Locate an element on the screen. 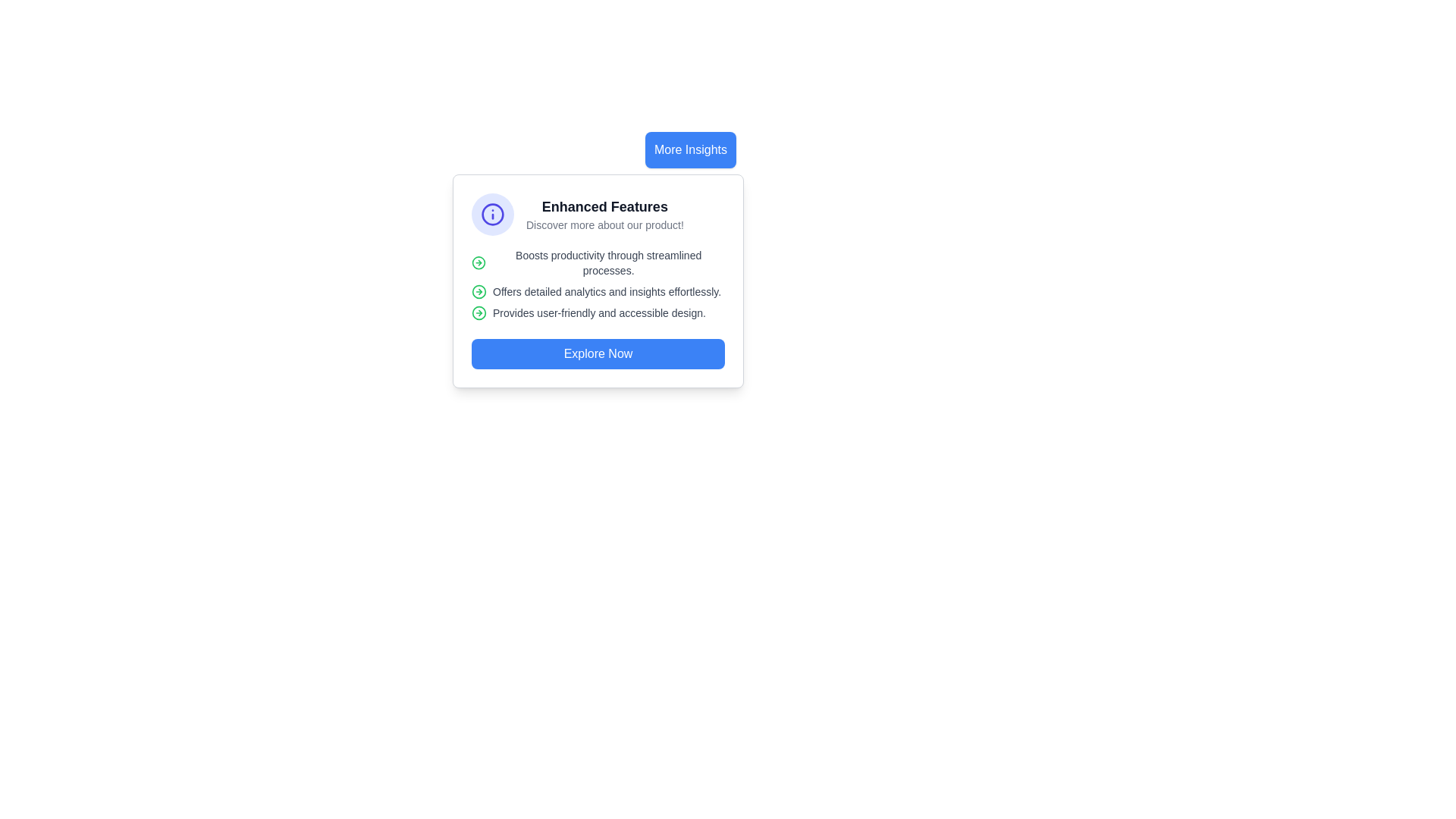  the Text with icon that highlights the product's ability to provide detailed analytics and insights, located as the second item in the 'Enhanced Features' list is located at coordinates (597, 292).